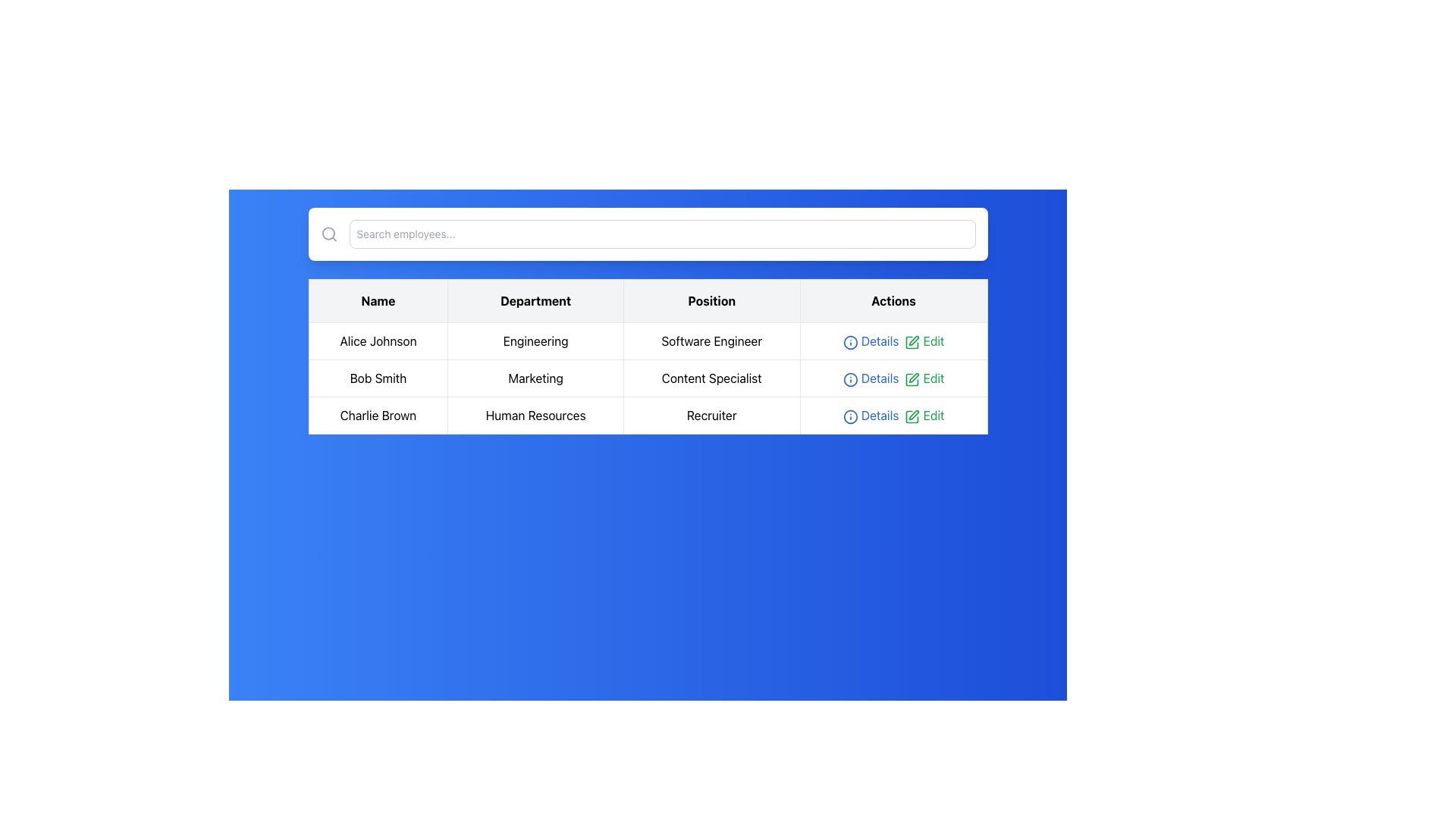  Describe the element at coordinates (378, 415) in the screenshot. I see `the static text label displaying 'Charlie Brown', which is located in the first column of the third row of a table on a blue background` at that location.